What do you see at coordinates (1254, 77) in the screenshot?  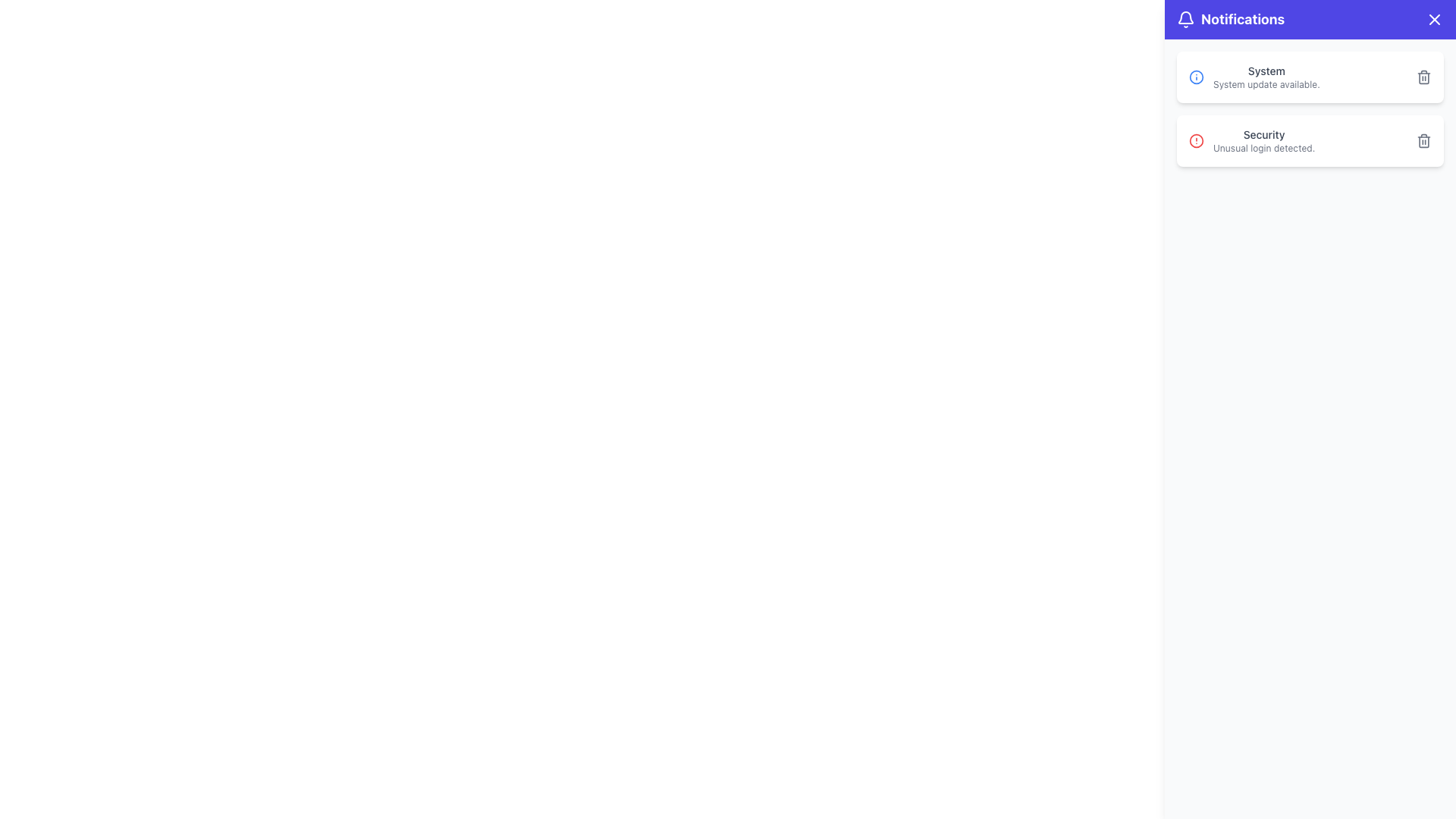 I see `the first notification item in the notification list, which features a blue circular icon with an 'i' and text indicating a system update is available` at bounding box center [1254, 77].